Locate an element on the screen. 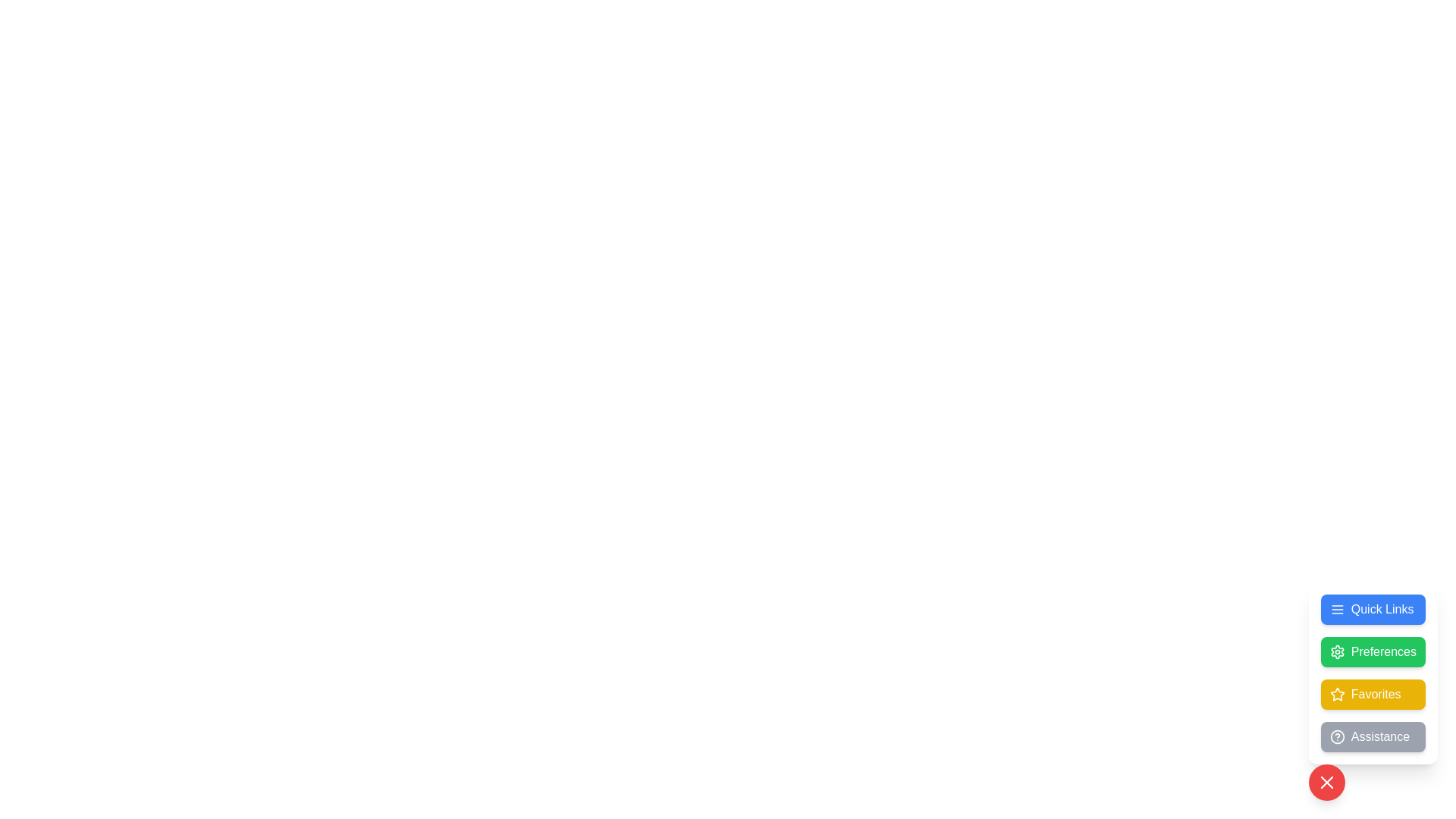 This screenshot has width=1456, height=819. the top-right button in the dialog that provides access to quick links or a menu for keyboard navigation is located at coordinates (1373, 608).